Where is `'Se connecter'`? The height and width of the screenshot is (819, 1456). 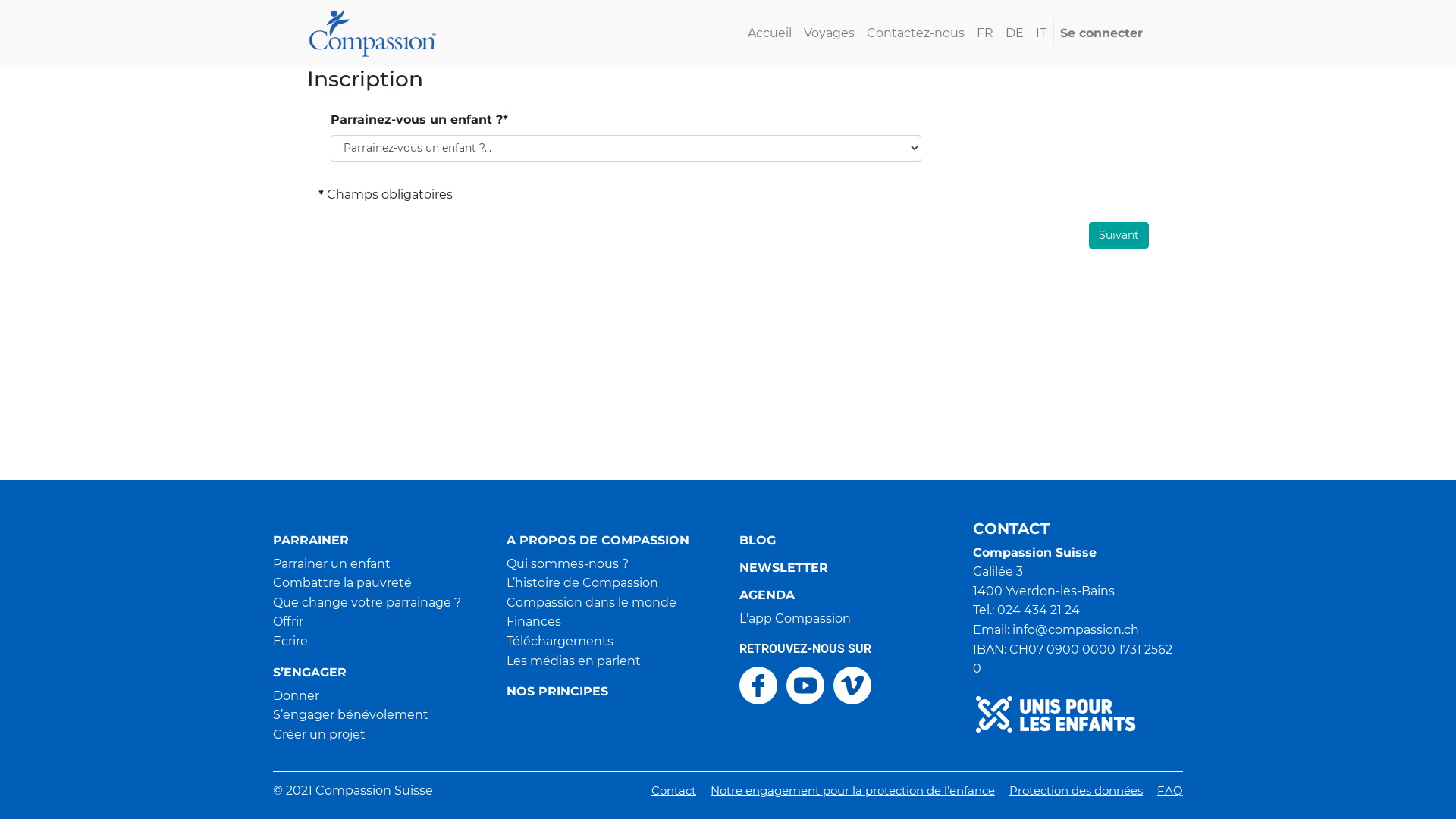 'Se connecter' is located at coordinates (1053, 33).